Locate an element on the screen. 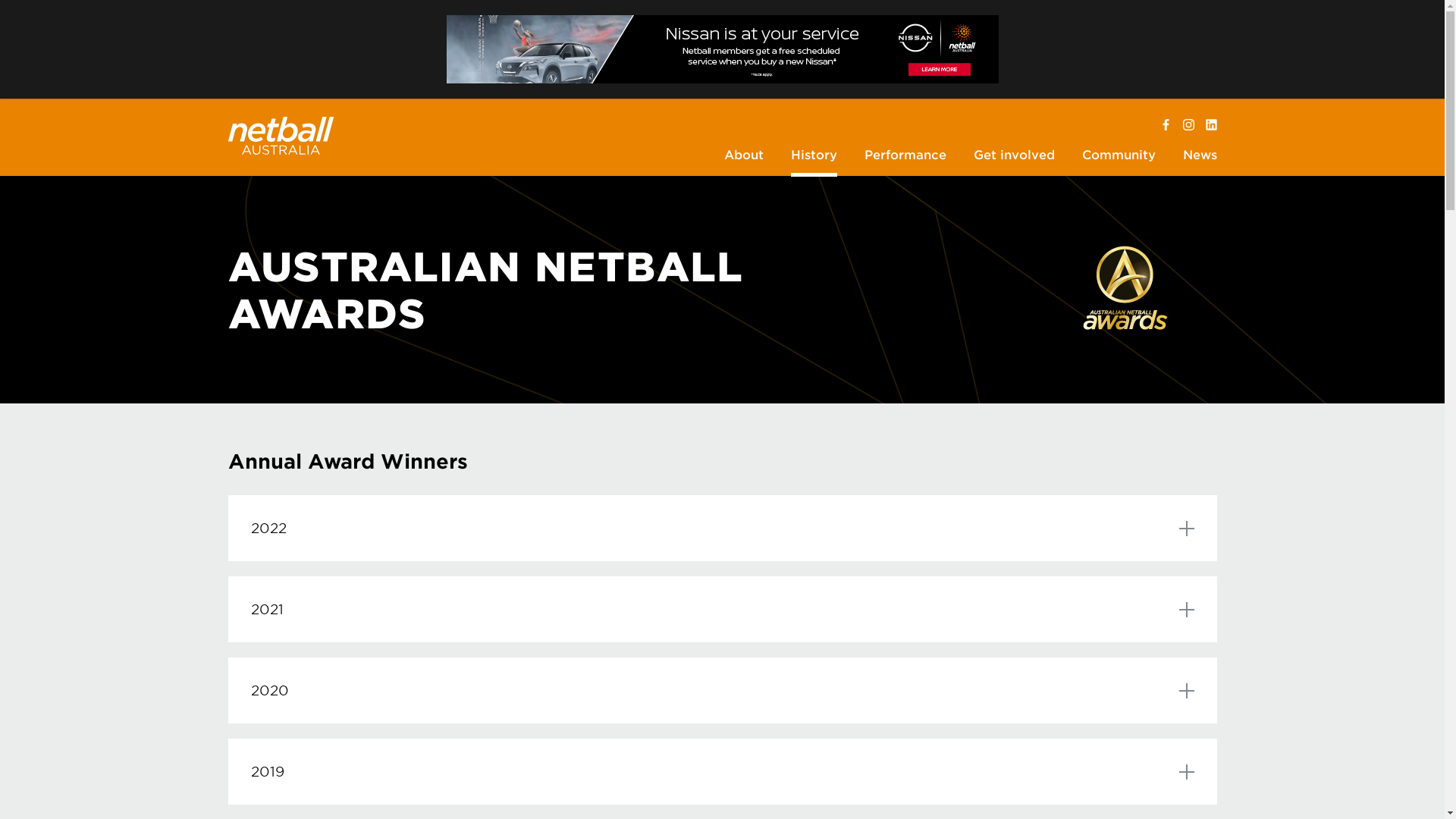  '2020' is located at coordinates (720, 690).